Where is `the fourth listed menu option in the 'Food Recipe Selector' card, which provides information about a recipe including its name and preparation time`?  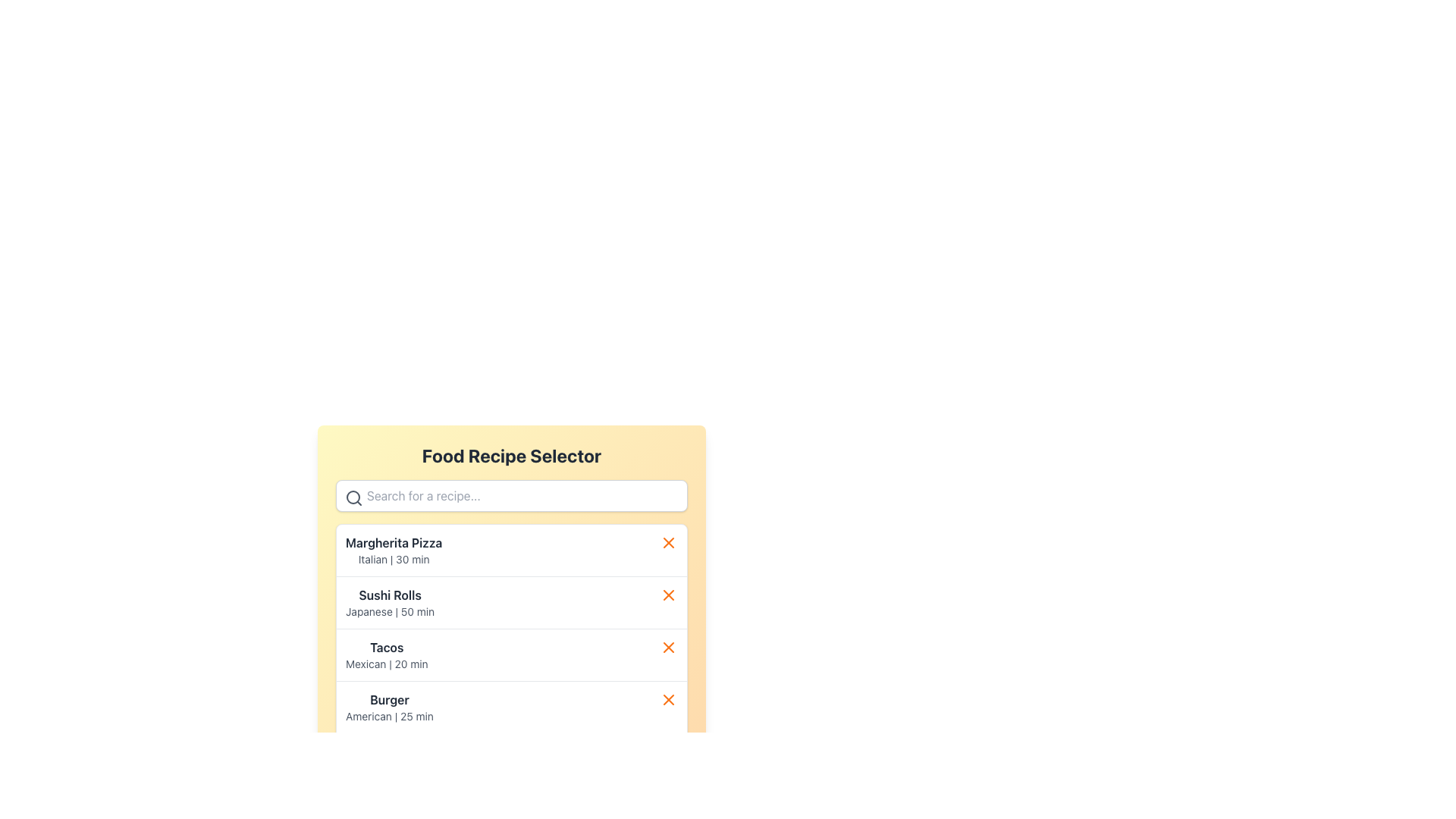
the fourth listed menu option in the 'Food Recipe Selector' card, which provides information about a recipe including its name and preparation time is located at coordinates (389, 708).